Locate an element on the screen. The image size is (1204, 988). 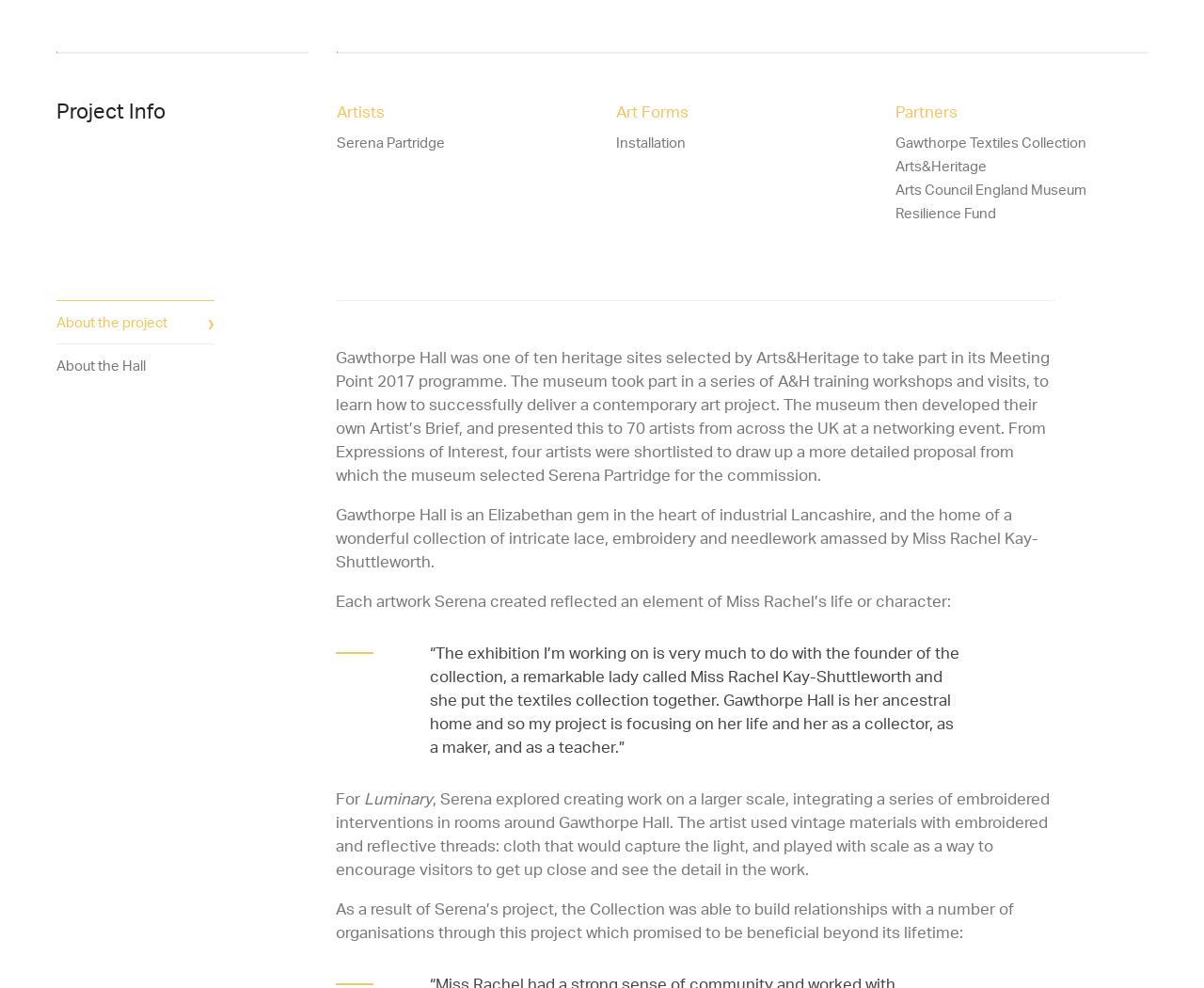
', Serena explored creating work on a larger scale, integrating a series of embroidered interventions in rooms around Gawthorpe Hall. The artist used vintage materials with embroidered and reflective threads: cloth that would capture the light, and played with scale as a way to encourage visitors to get up close and see the detail in the work.' is located at coordinates (691, 832).